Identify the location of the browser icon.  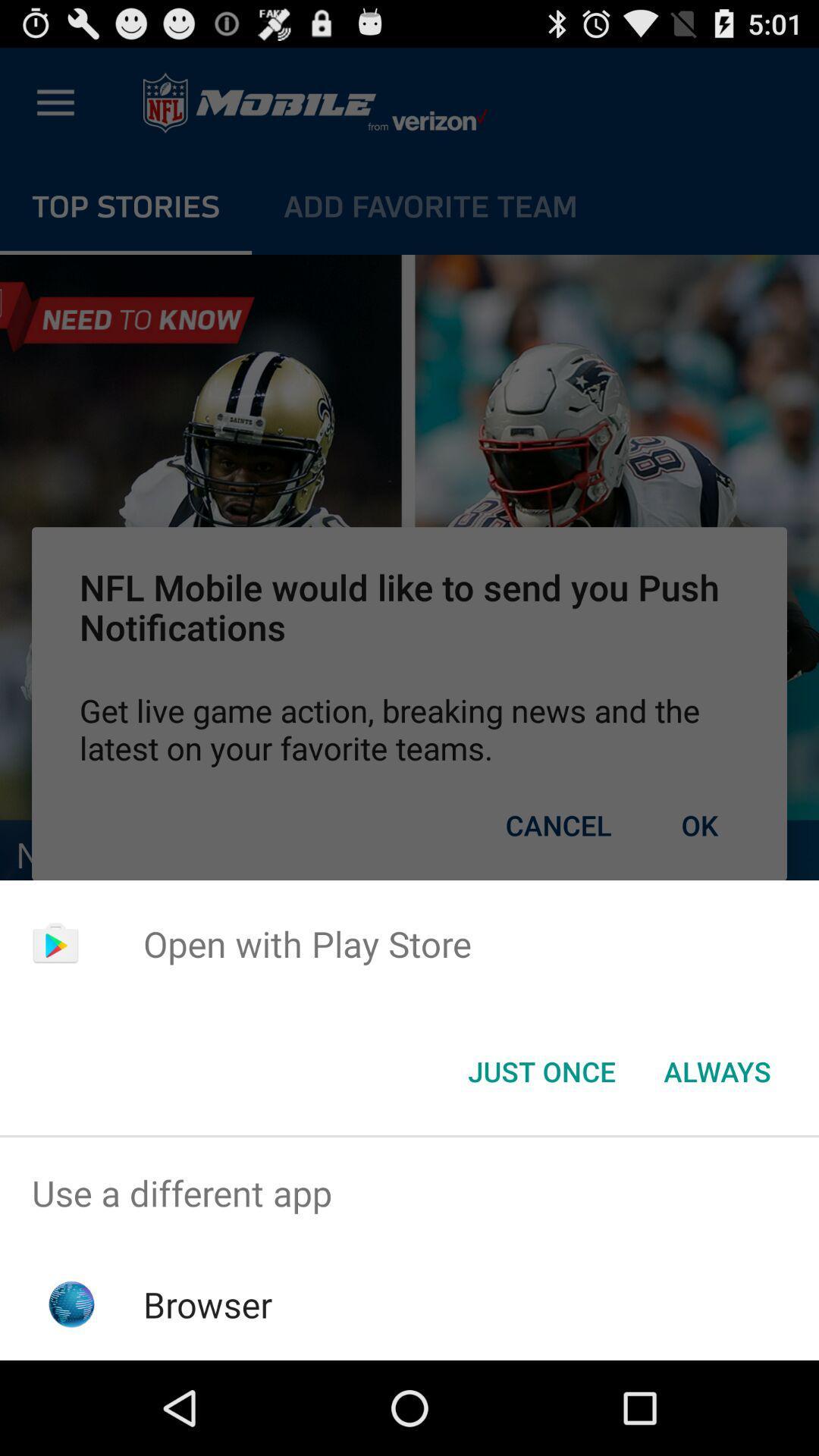
(208, 1304).